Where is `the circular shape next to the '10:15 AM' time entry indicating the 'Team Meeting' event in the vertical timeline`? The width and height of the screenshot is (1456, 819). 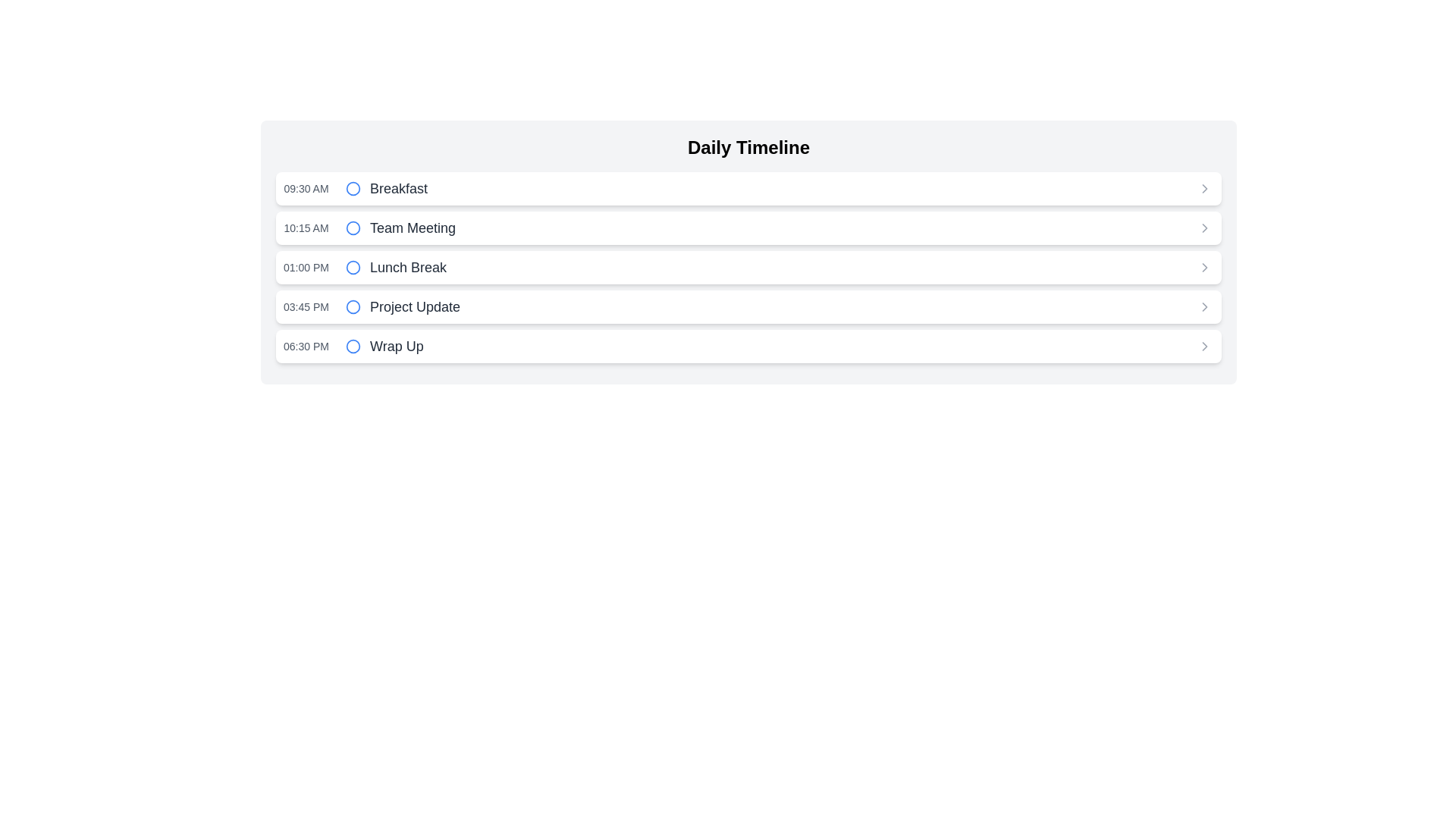 the circular shape next to the '10:15 AM' time entry indicating the 'Team Meeting' event in the vertical timeline is located at coordinates (352, 227).